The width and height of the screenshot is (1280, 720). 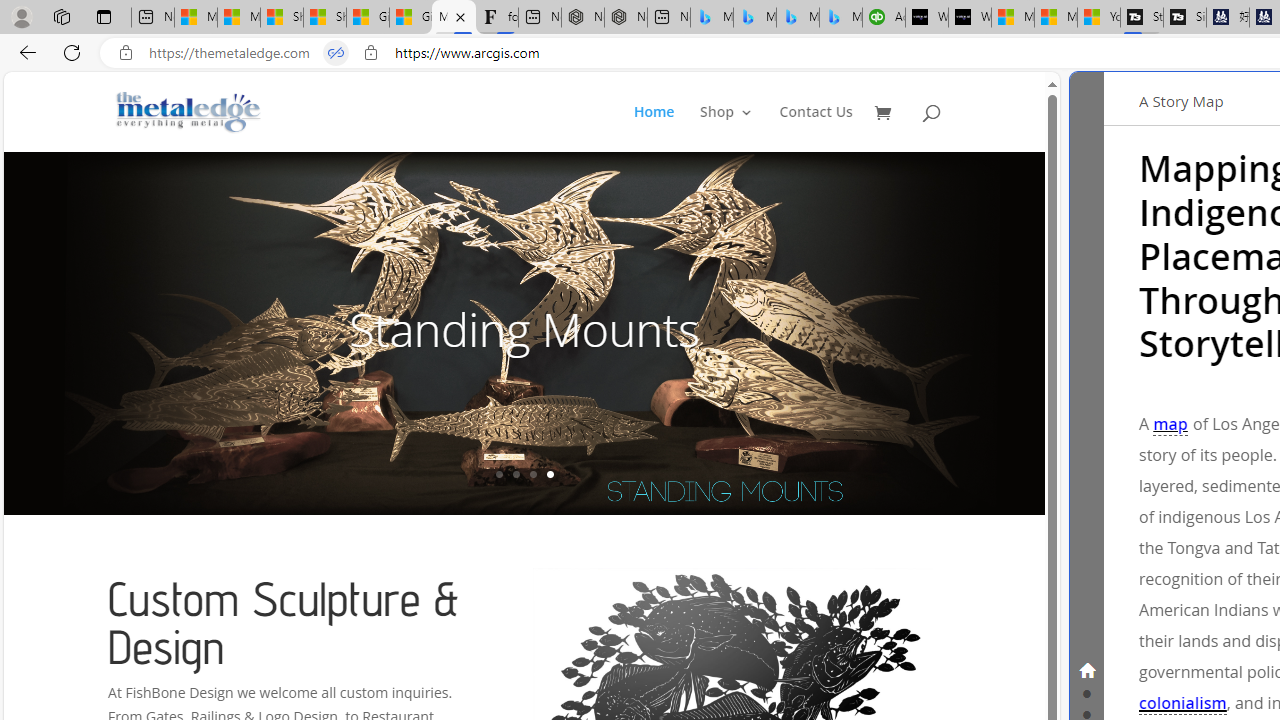 What do you see at coordinates (1170, 424) in the screenshot?
I see `'map'` at bounding box center [1170, 424].